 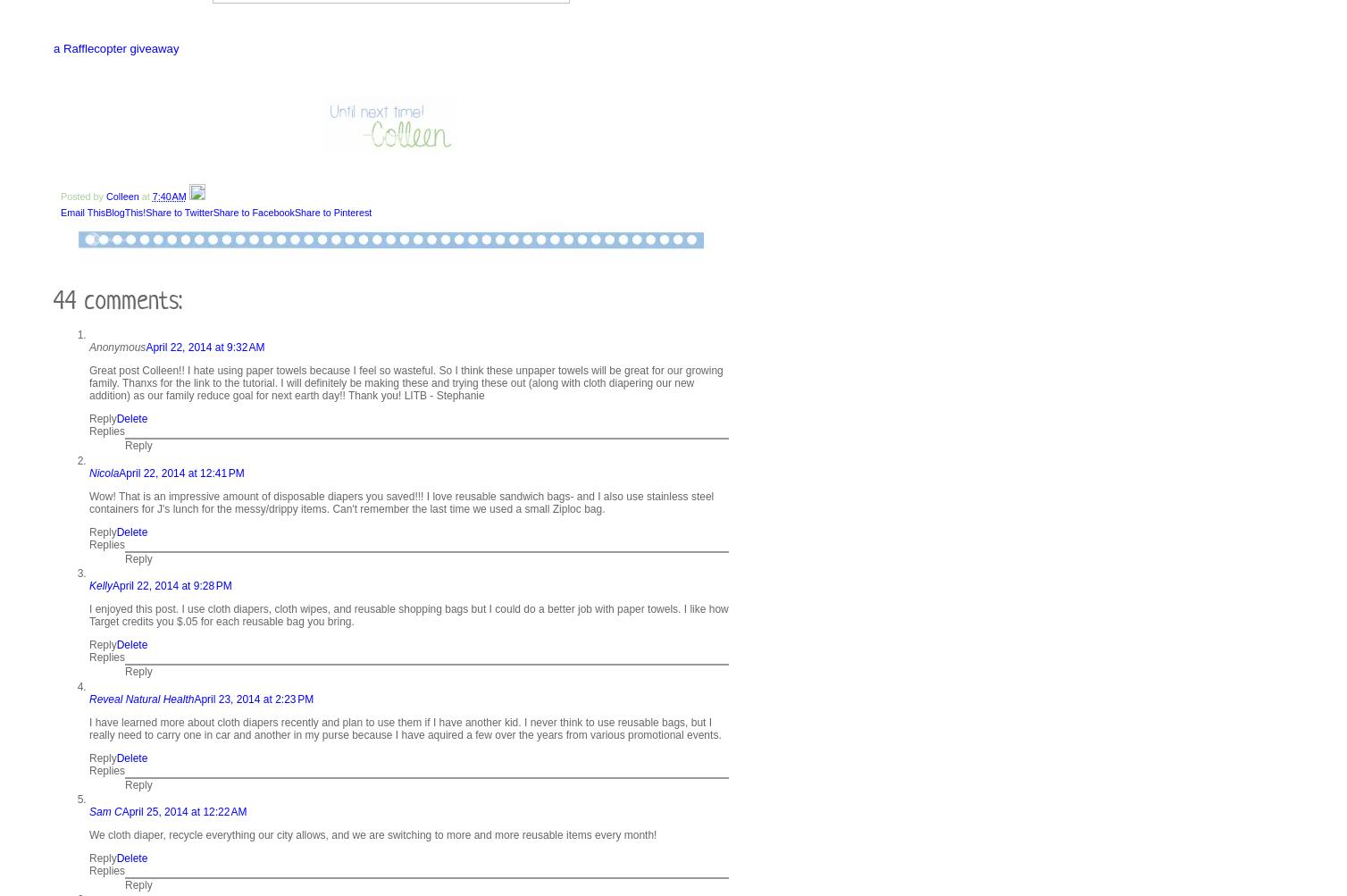 What do you see at coordinates (61, 196) in the screenshot?
I see `'Posted by'` at bounding box center [61, 196].